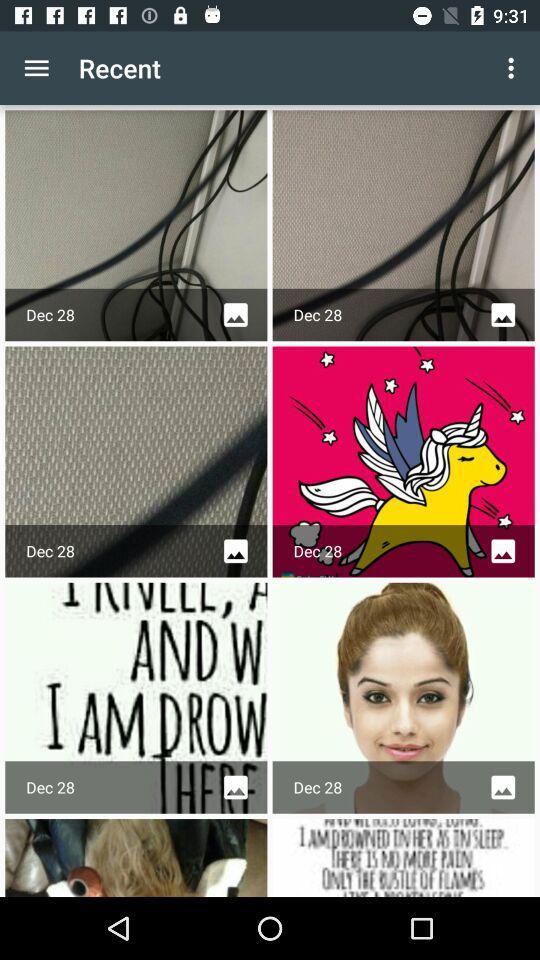  What do you see at coordinates (135, 856) in the screenshot?
I see `the image which is at the extreme bottom  left hand side` at bounding box center [135, 856].